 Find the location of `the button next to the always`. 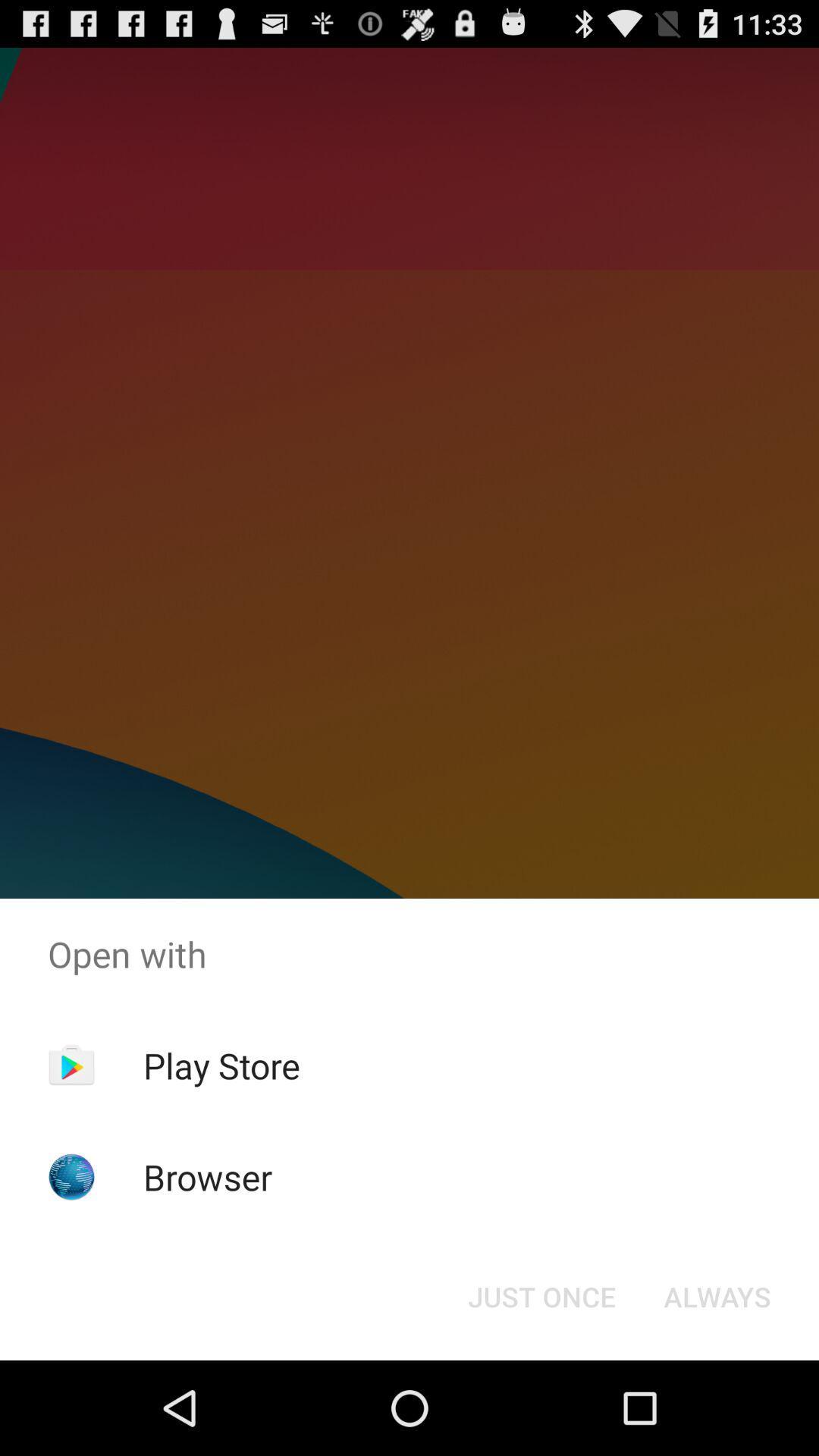

the button next to the always is located at coordinates (541, 1295).